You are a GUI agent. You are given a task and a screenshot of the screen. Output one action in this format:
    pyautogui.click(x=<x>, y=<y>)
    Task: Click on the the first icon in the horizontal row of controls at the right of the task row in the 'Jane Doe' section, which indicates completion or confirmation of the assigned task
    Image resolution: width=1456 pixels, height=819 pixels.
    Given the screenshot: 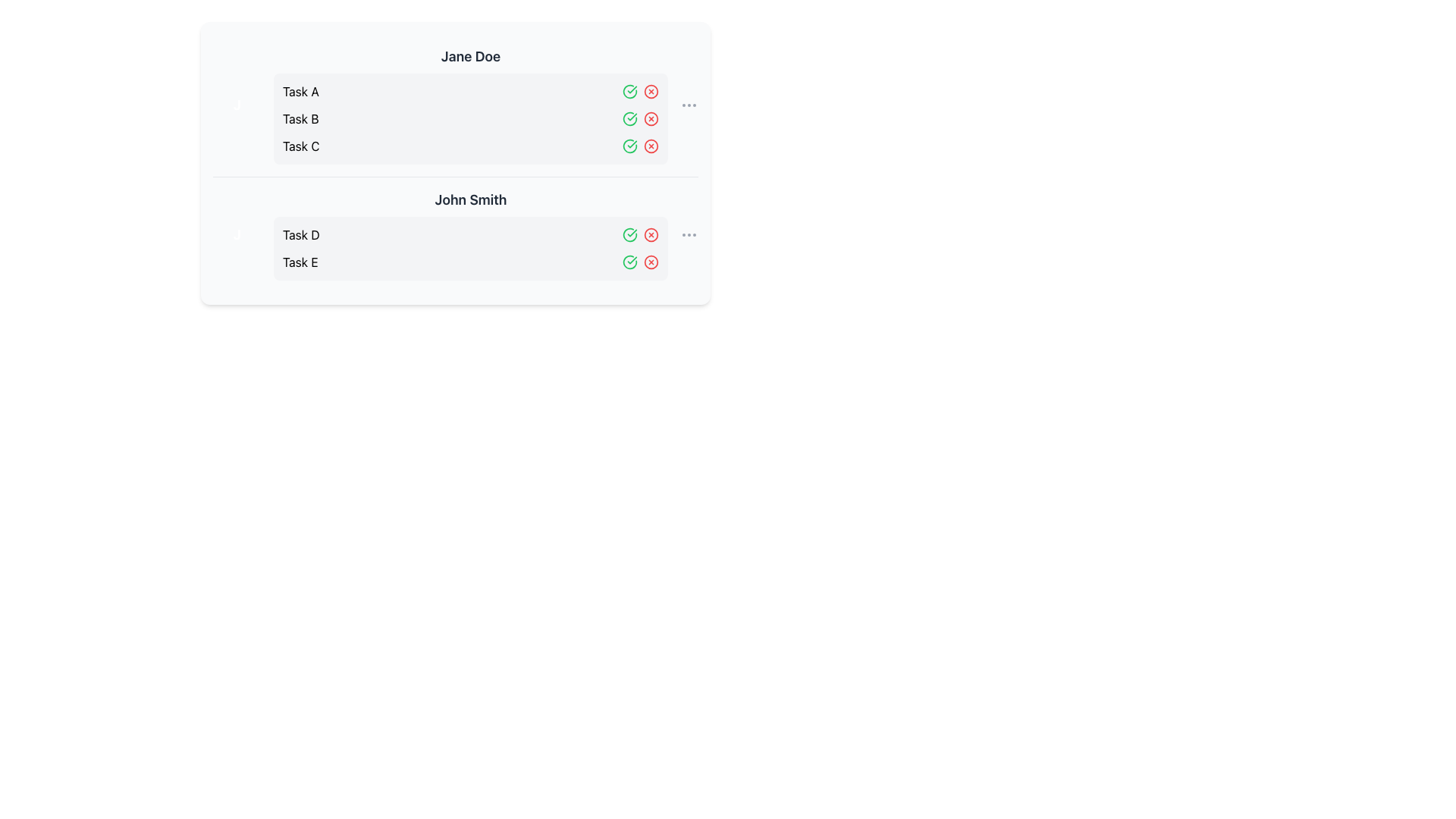 What is the action you would take?
    pyautogui.click(x=629, y=118)
    